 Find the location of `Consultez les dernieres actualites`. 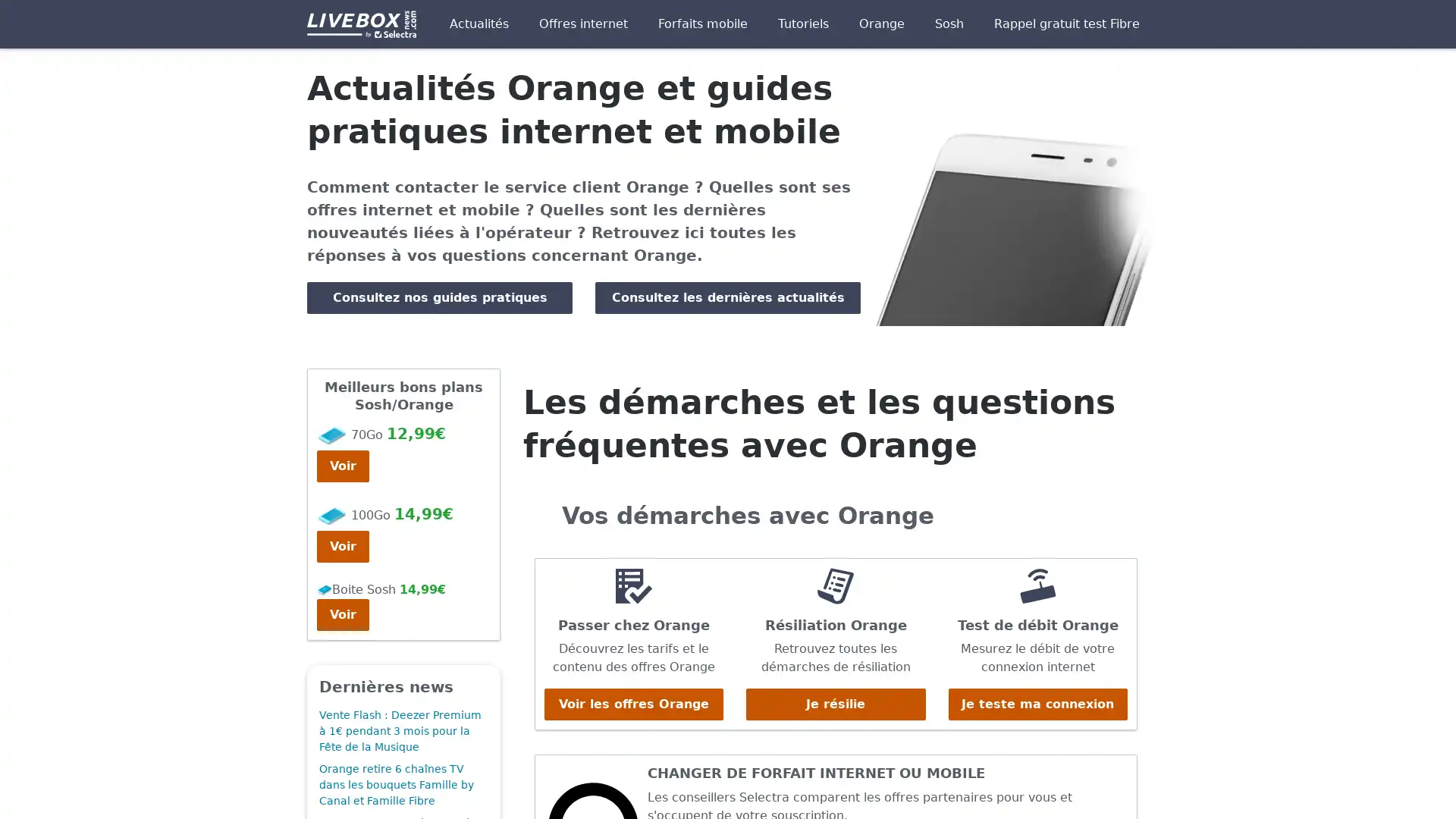

Consultez les dernieres actualites is located at coordinates (728, 297).